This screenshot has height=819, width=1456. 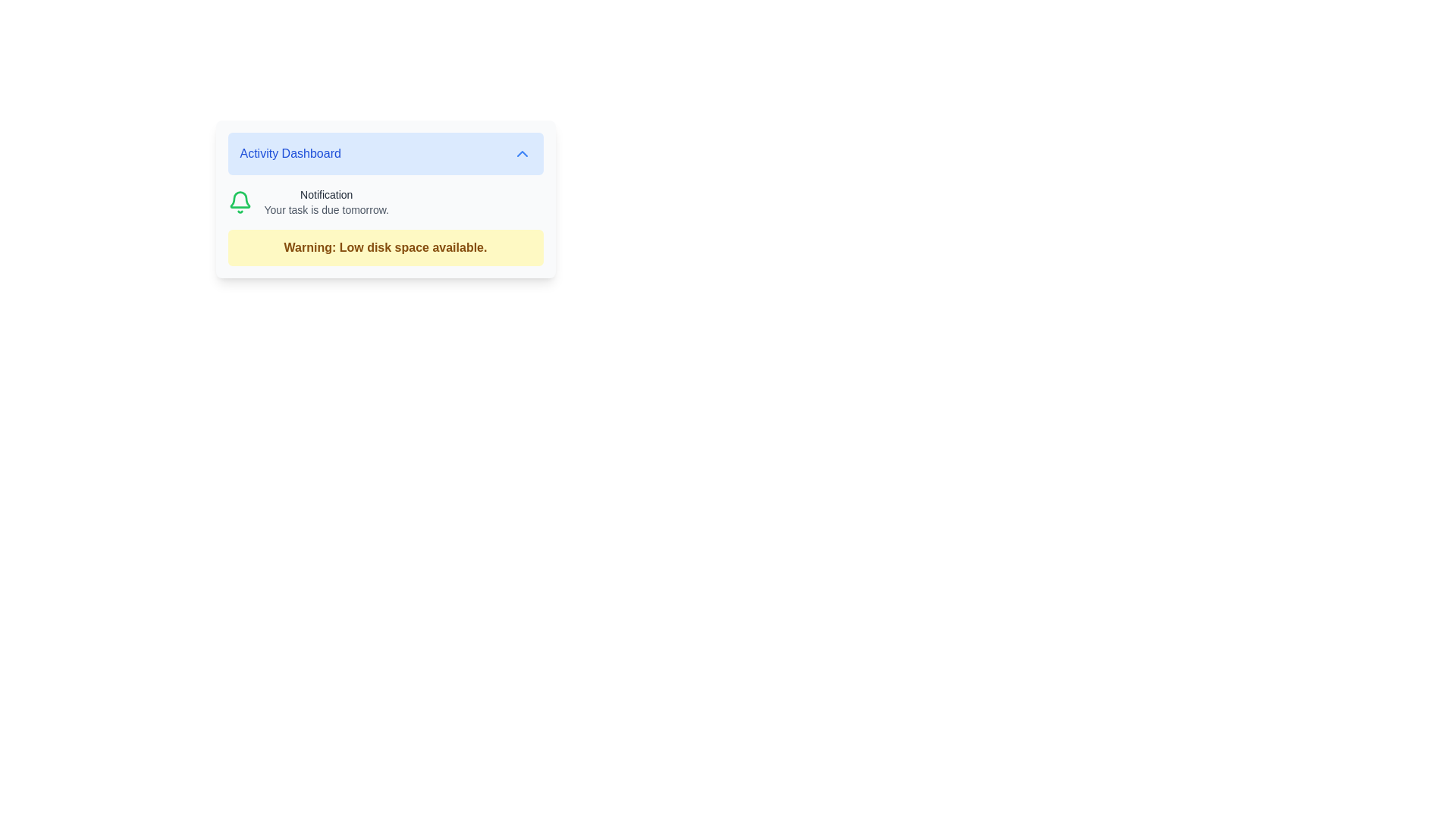 I want to click on the green notification bell icon located to the left of the 'Notification' text and aligned with 'Your task is due tomorrow.', so click(x=239, y=201).